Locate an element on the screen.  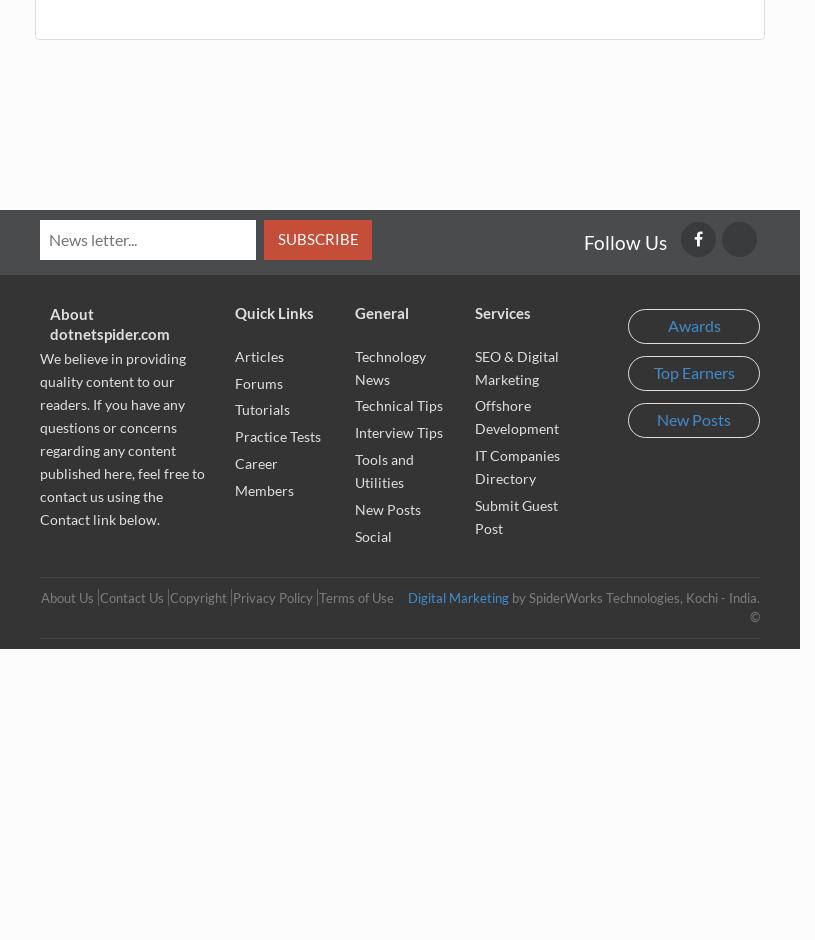
'Terms of Use' is located at coordinates (355, 597).